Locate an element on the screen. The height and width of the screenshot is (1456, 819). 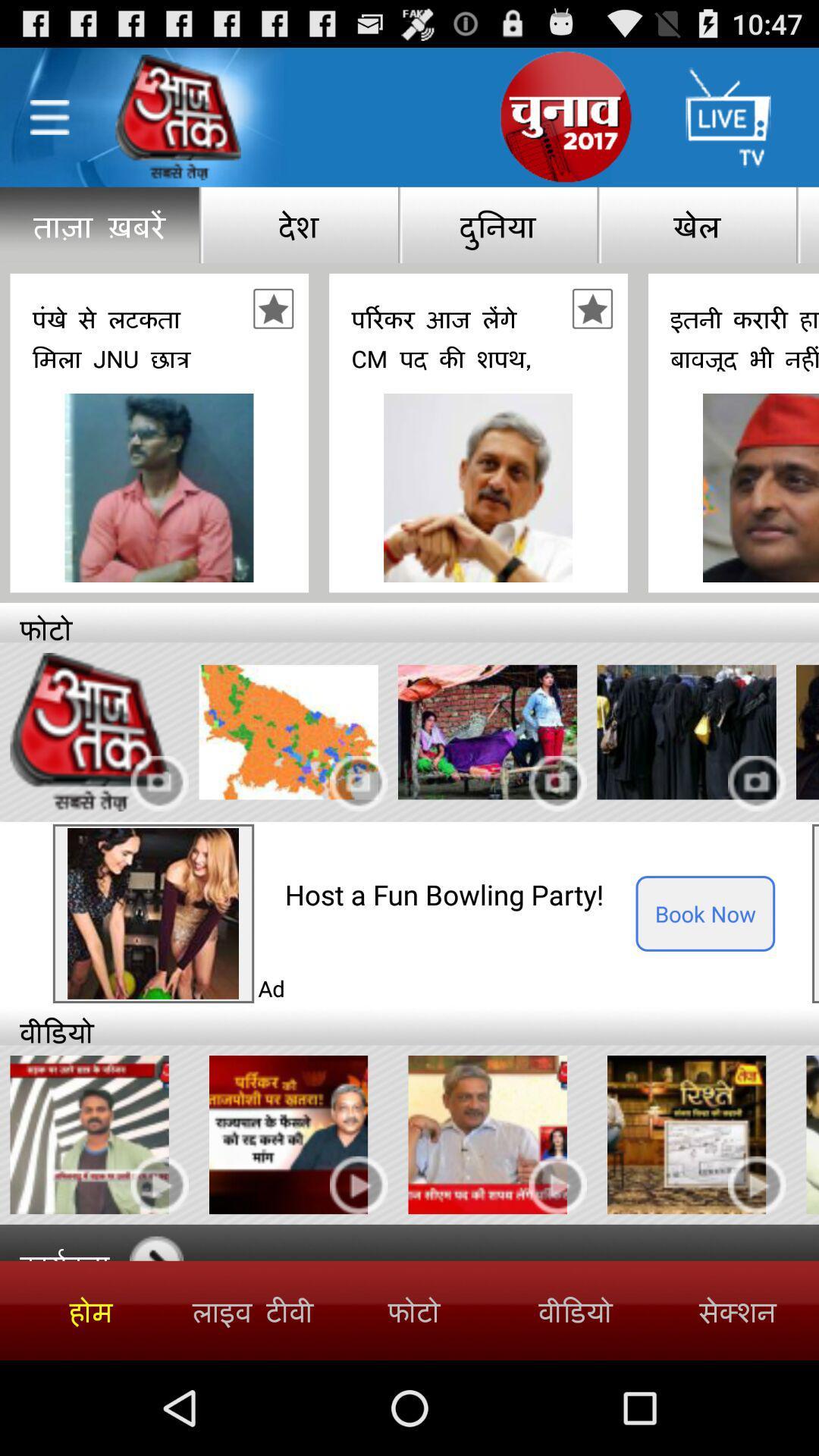
icon next to host a fun icon is located at coordinates (705, 912).